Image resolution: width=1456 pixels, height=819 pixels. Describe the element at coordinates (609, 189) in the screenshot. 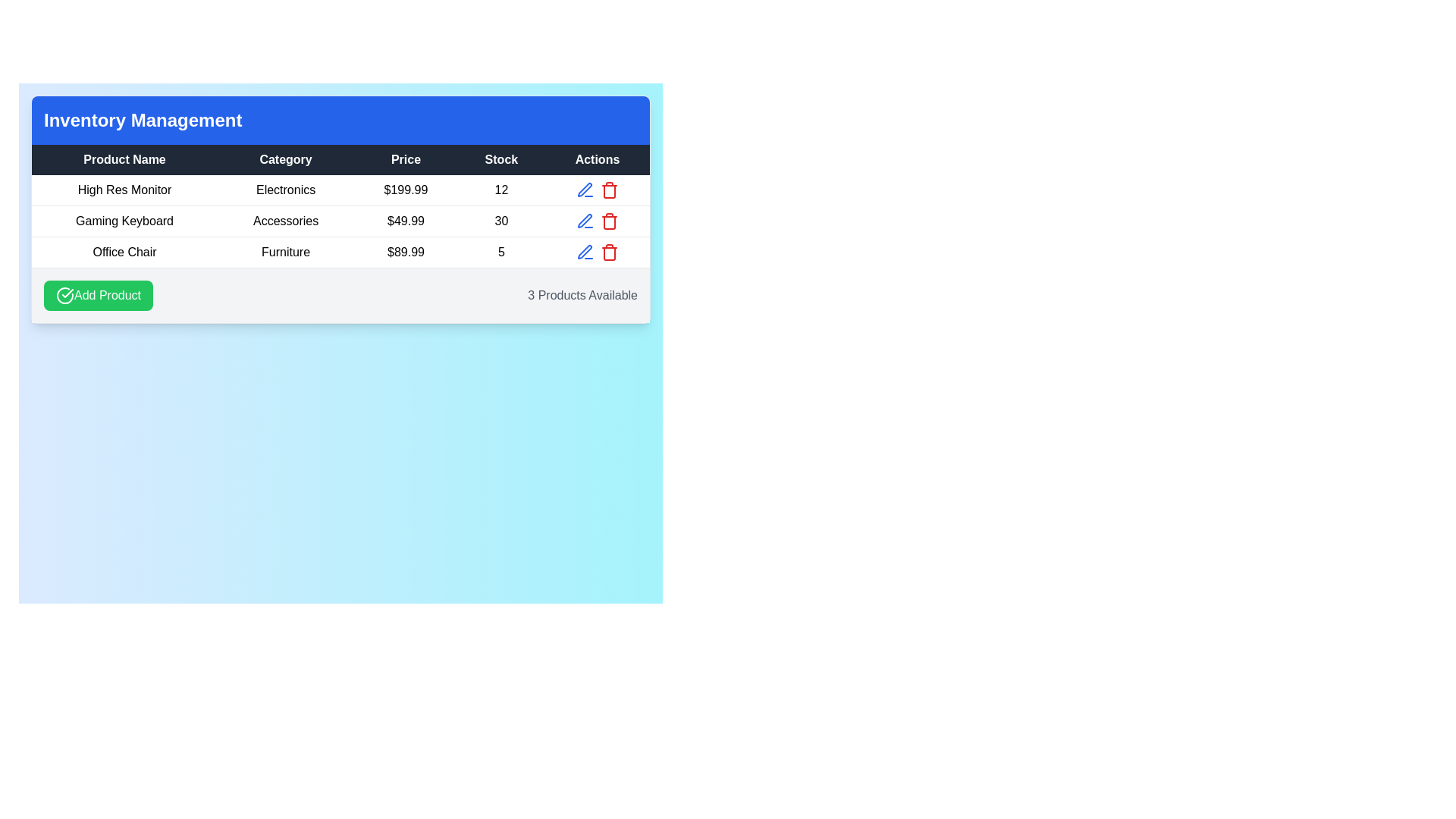

I see `the red delete icon in the Actions column of the first row of the table` at that location.